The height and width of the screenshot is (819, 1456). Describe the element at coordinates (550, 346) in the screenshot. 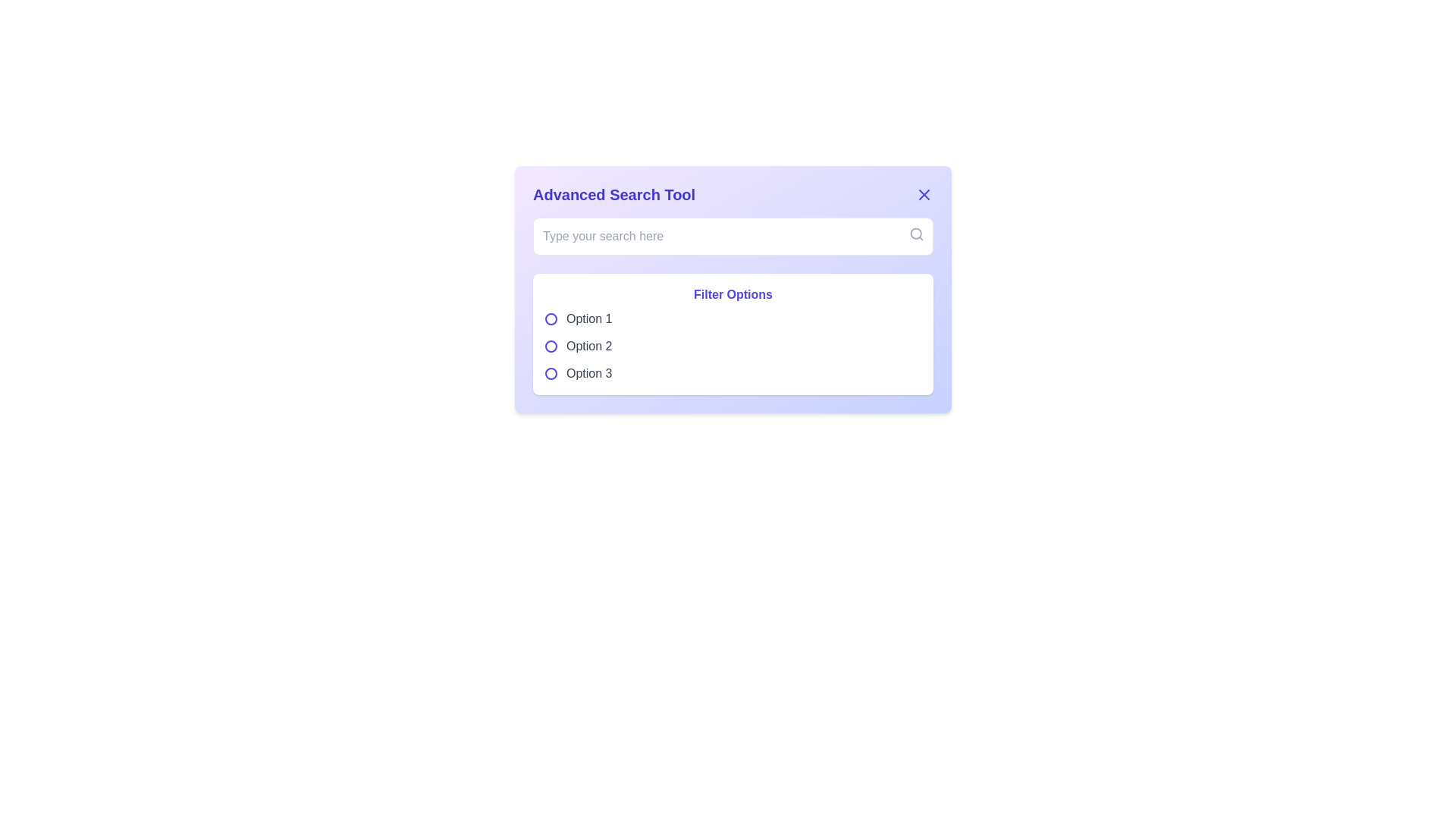

I see `the checkbox for 'Option 2'` at that location.